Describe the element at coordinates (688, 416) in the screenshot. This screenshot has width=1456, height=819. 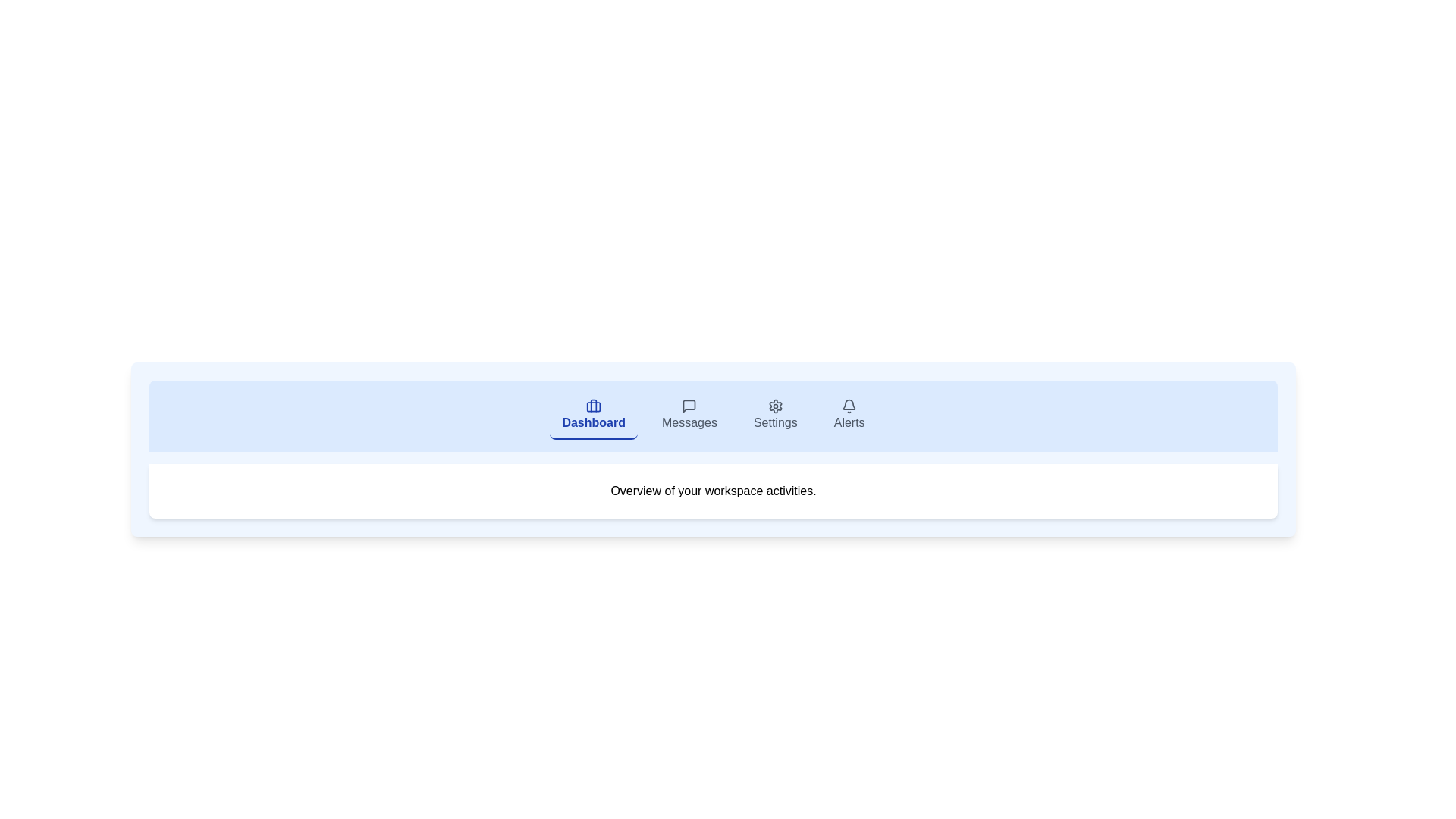
I see `the tab labeled Messages to observe visual feedback` at that location.